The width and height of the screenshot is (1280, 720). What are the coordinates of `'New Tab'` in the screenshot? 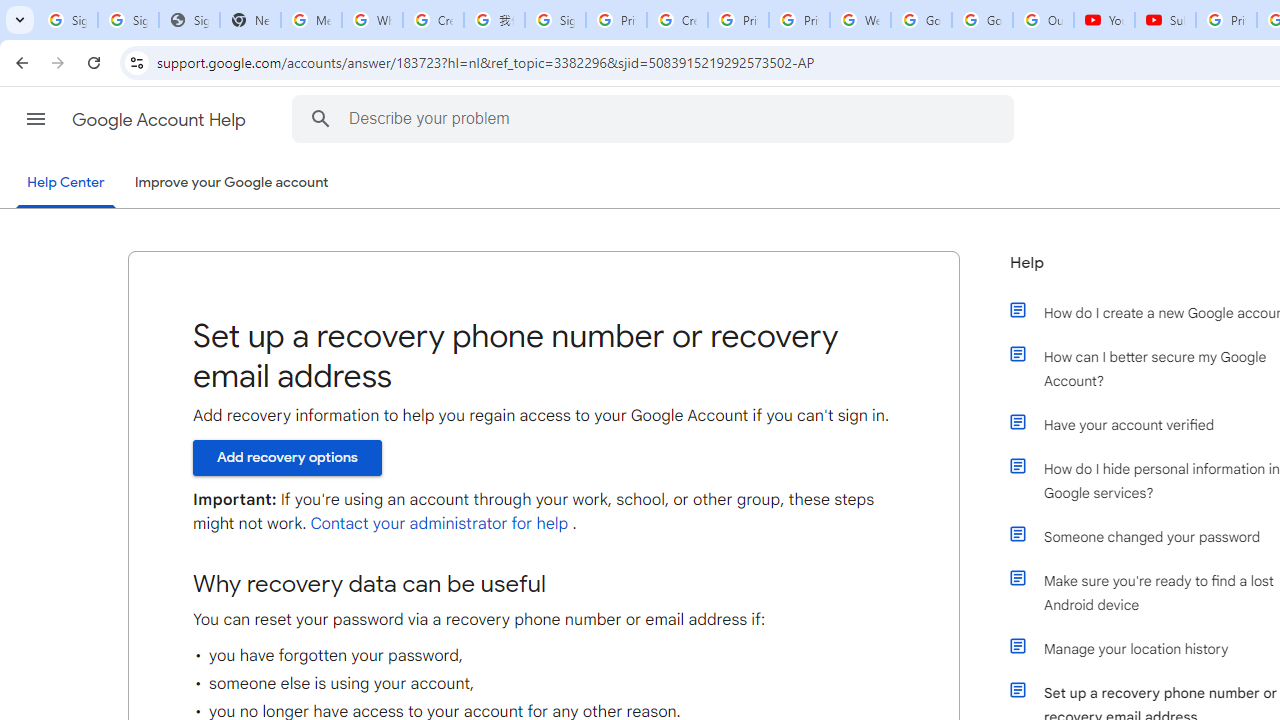 It's located at (249, 20).